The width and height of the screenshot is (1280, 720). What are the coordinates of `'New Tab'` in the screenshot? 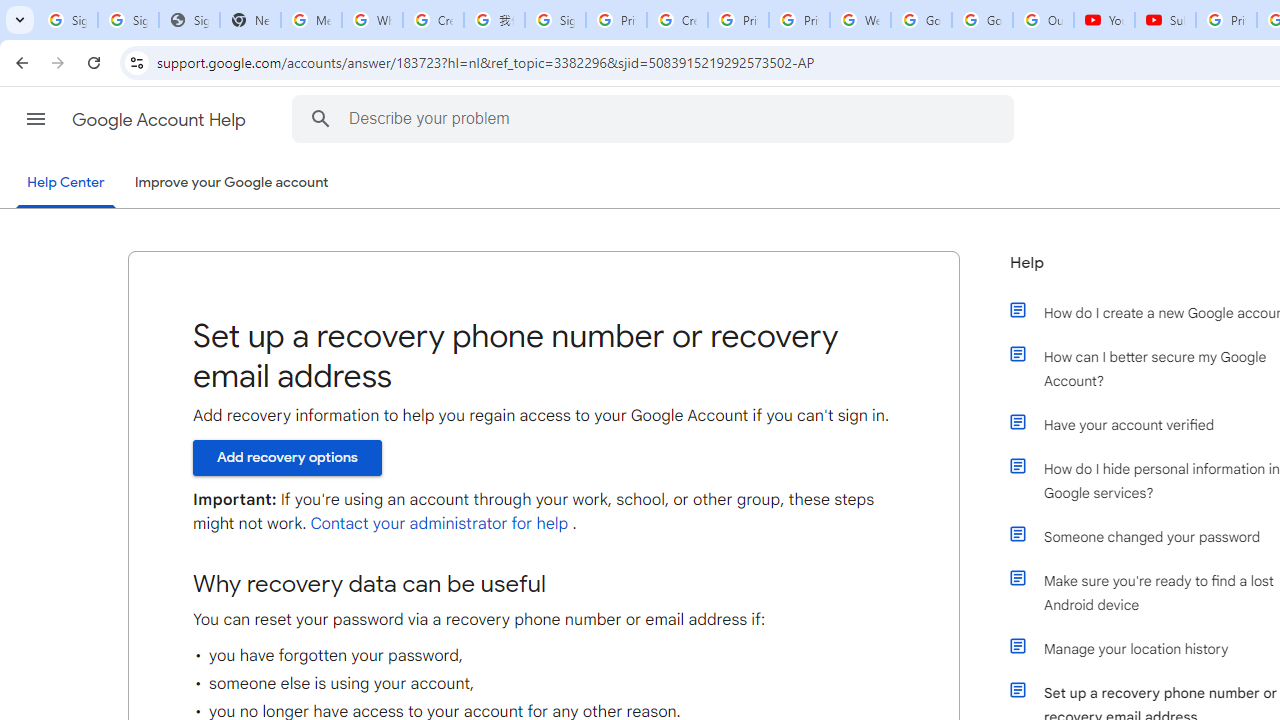 It's located at (249, 20).